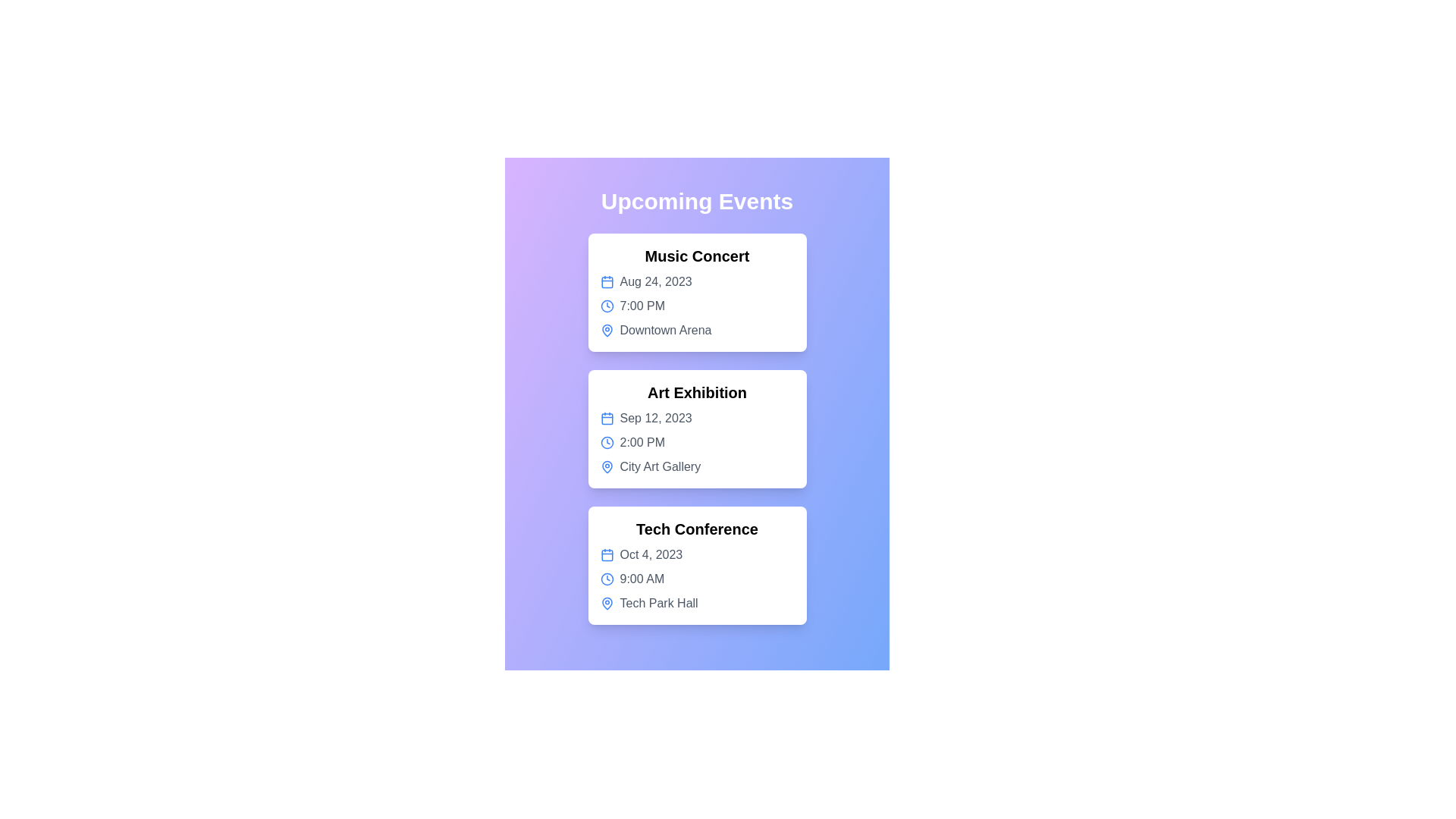  I want to click on the clock icon associated with the time indicator of the 'Art Exhibition' event, located below the 'Sep 12, 2023' text, so click(696, 442).